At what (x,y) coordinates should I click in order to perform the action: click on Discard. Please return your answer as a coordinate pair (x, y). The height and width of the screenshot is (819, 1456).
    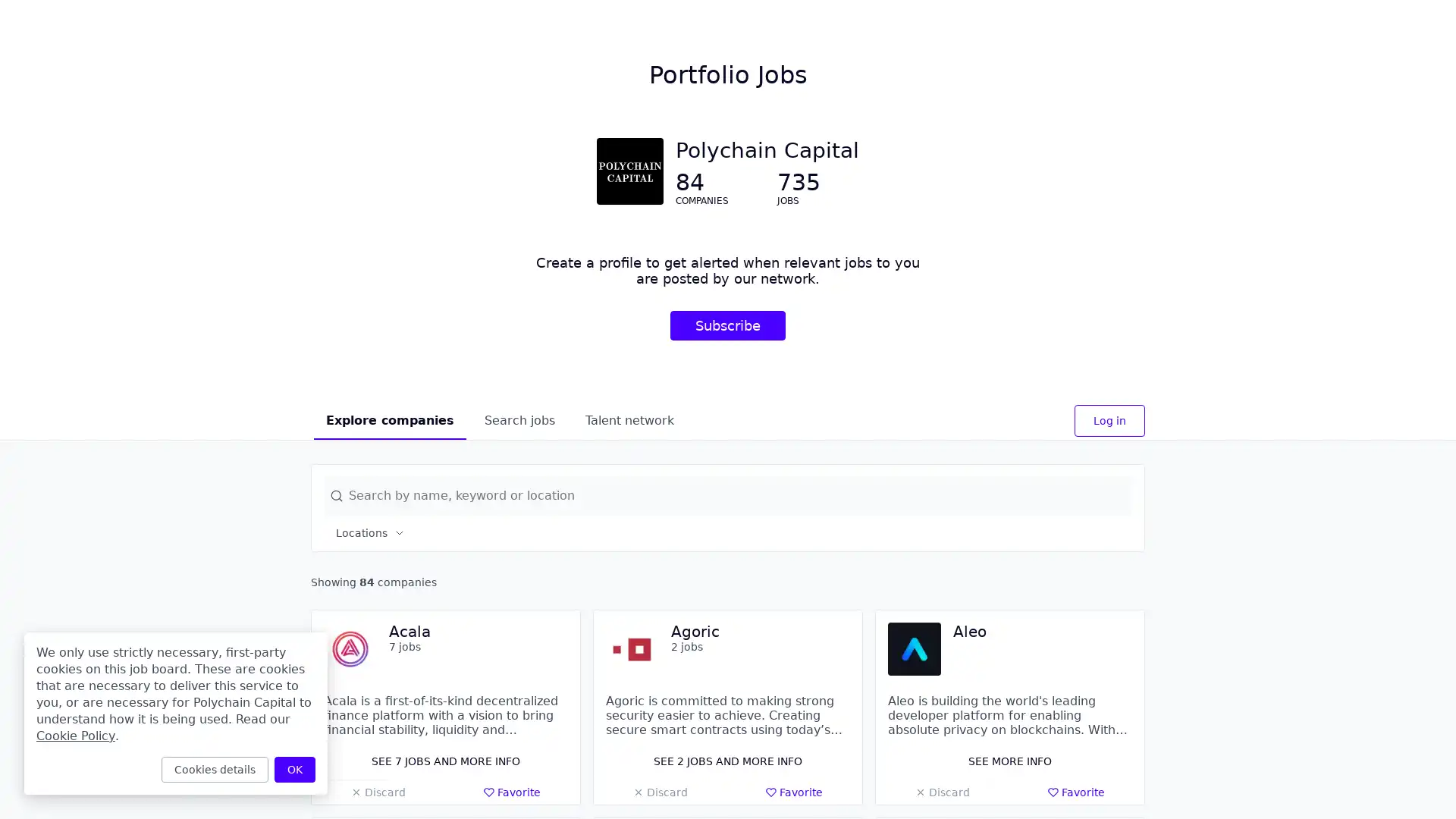
    Looking at the image, I should click on (941, 792).